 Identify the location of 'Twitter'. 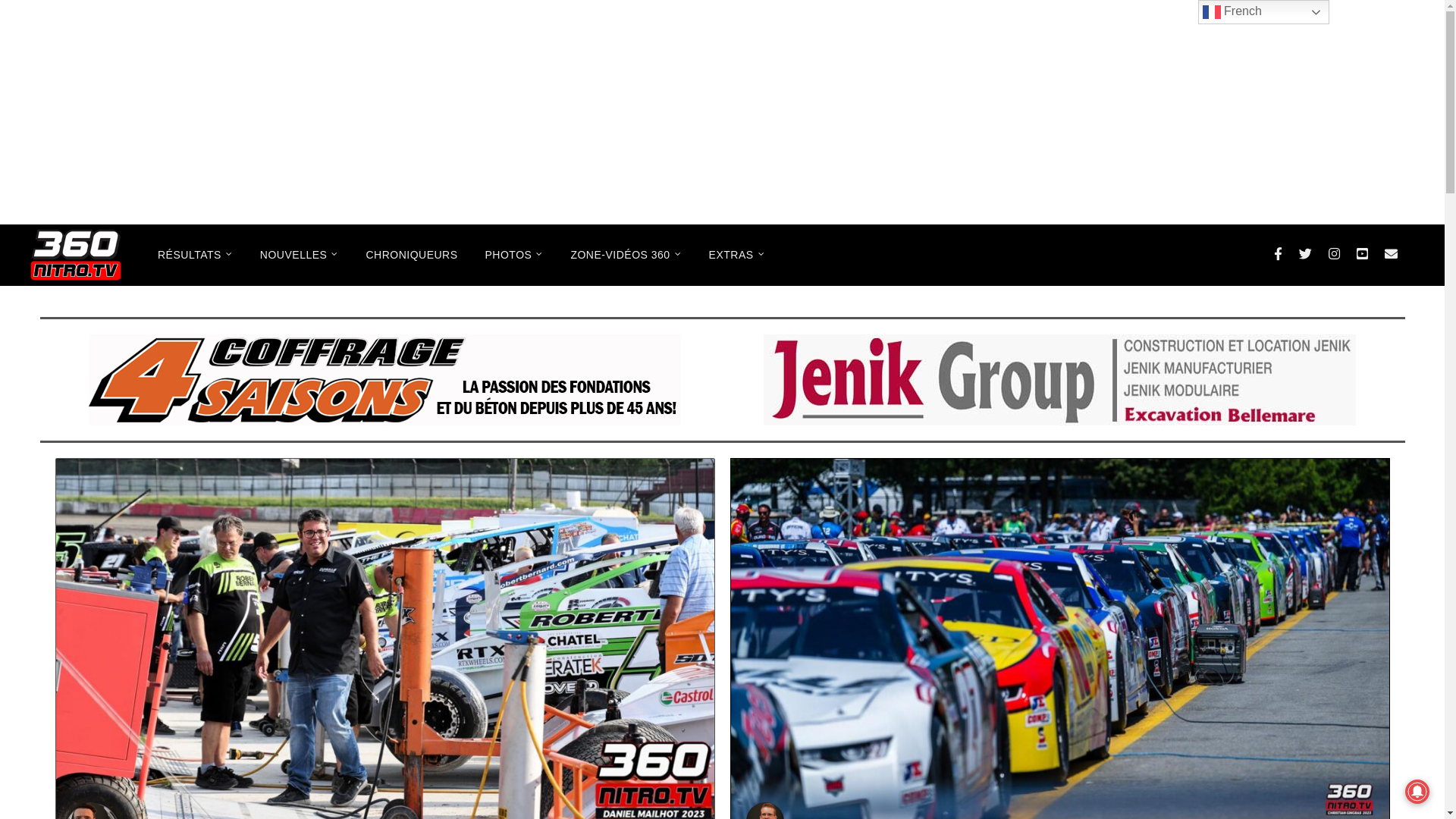
(1304, 253).